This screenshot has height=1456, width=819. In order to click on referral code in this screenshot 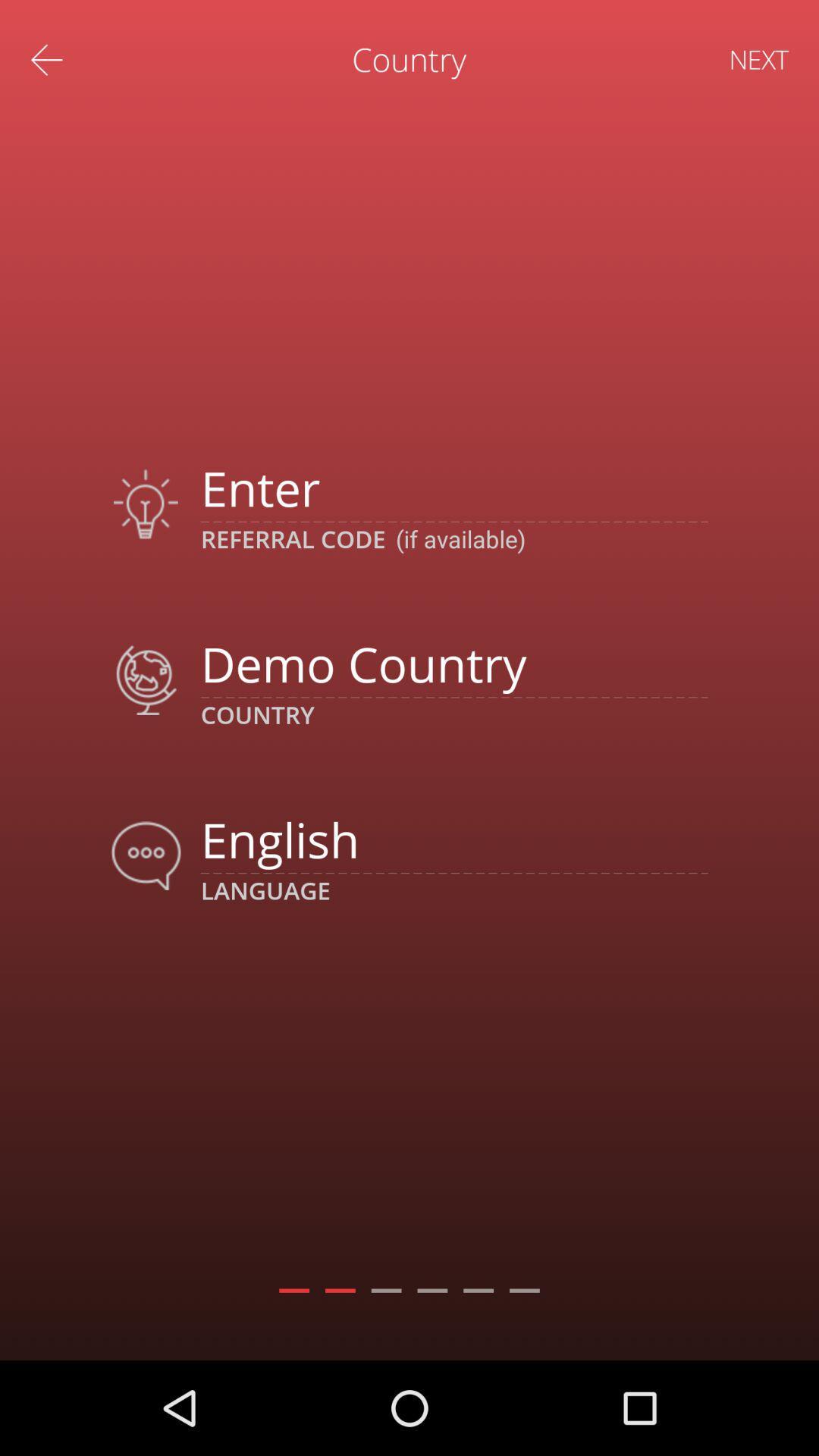, I will do `click(453, 488)`.